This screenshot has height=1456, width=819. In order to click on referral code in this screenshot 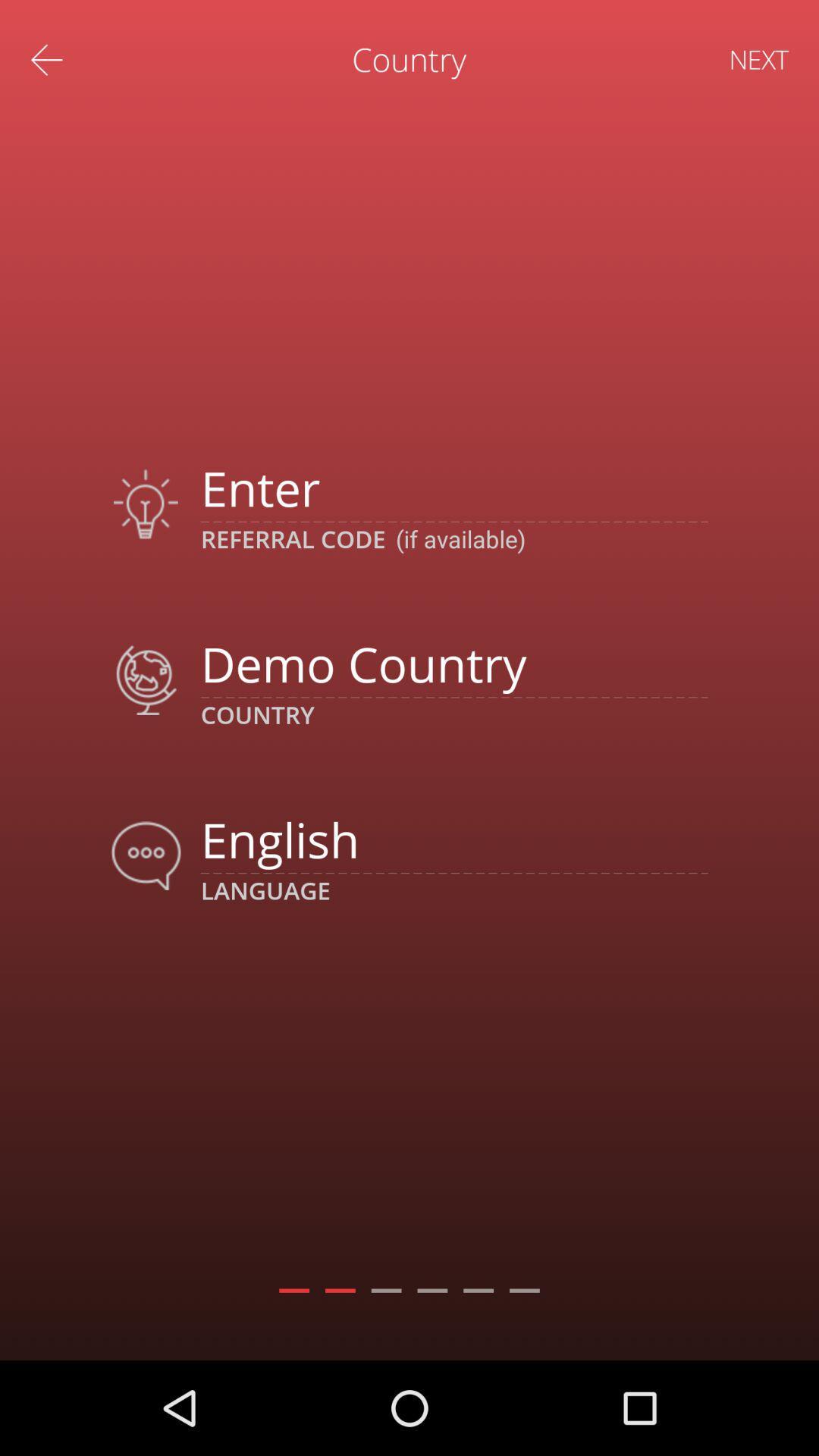, I will do `click(453, 488)`.